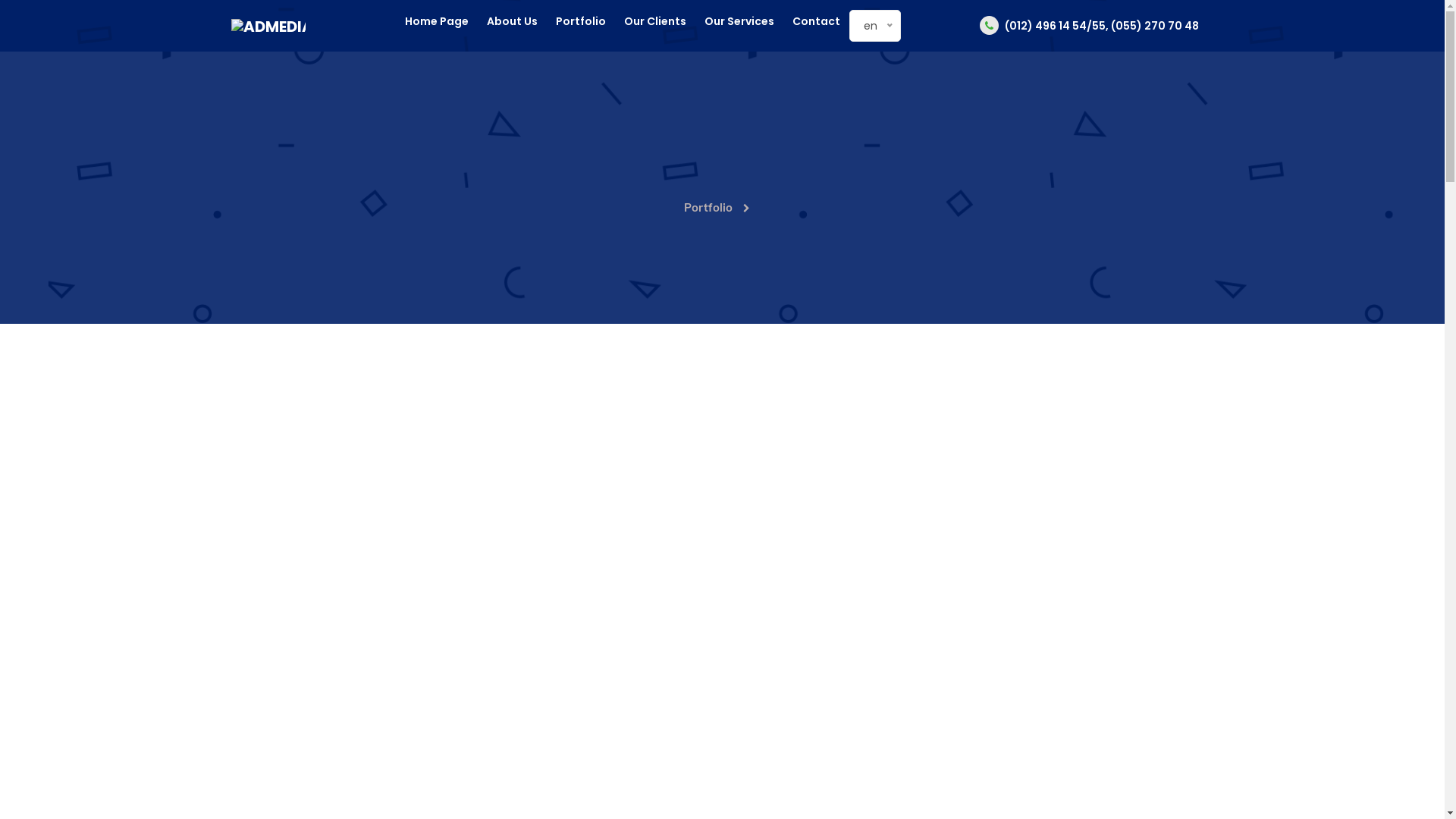 Image resolution: width=1456 pixels, height=819 pixels. What do you see at coordinates (863, 26) in the screenshot?
I see `'en'` at bounding box center [863, 26].